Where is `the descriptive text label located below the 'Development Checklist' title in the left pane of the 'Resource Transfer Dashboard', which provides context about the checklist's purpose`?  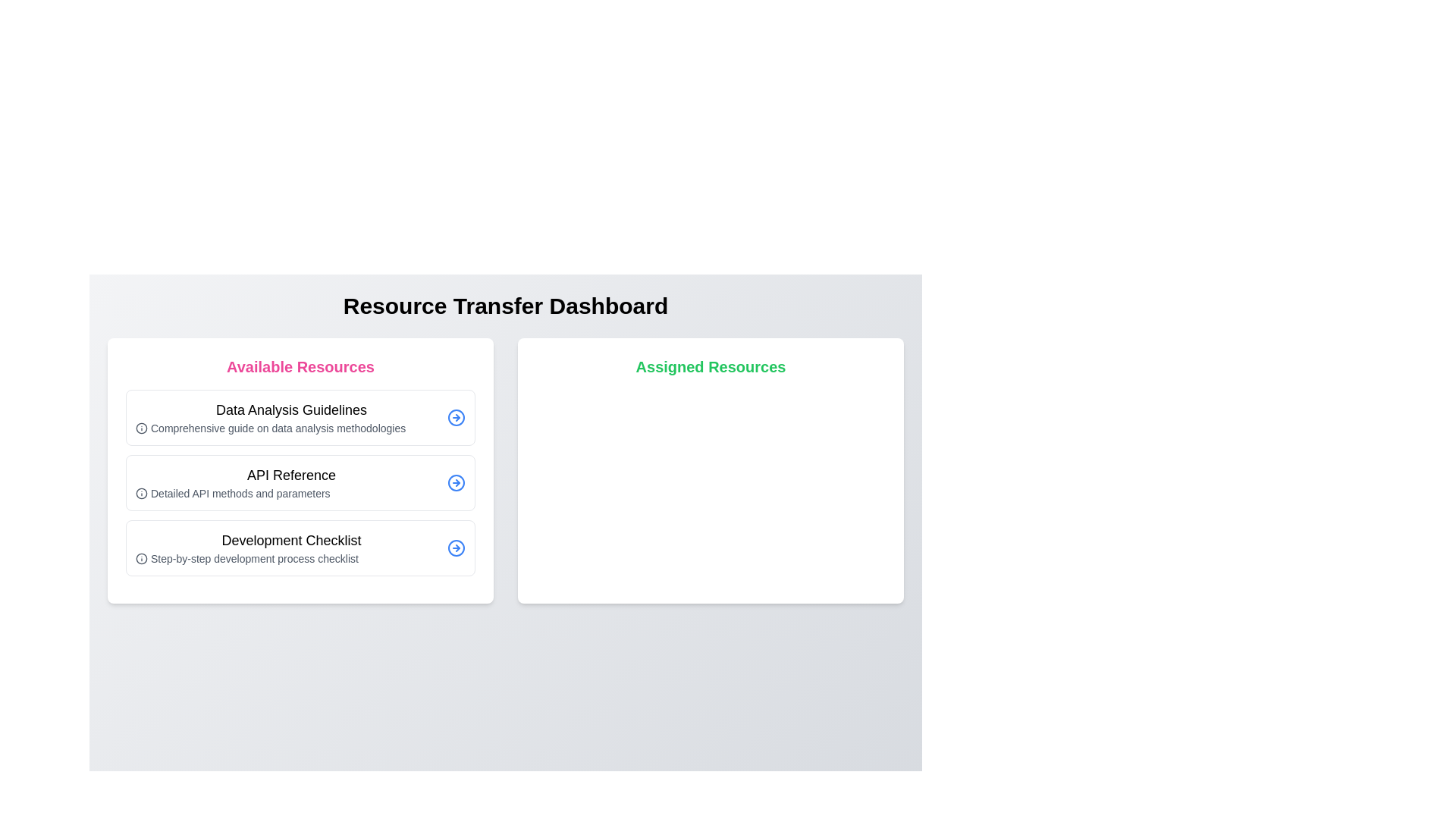
the descriptive text label located below the 'Development Checklist' title in the left pane of the 'Resource Transfer Dashboard', which provides context about the checklist's purpose is located at coordinates (291, 558).